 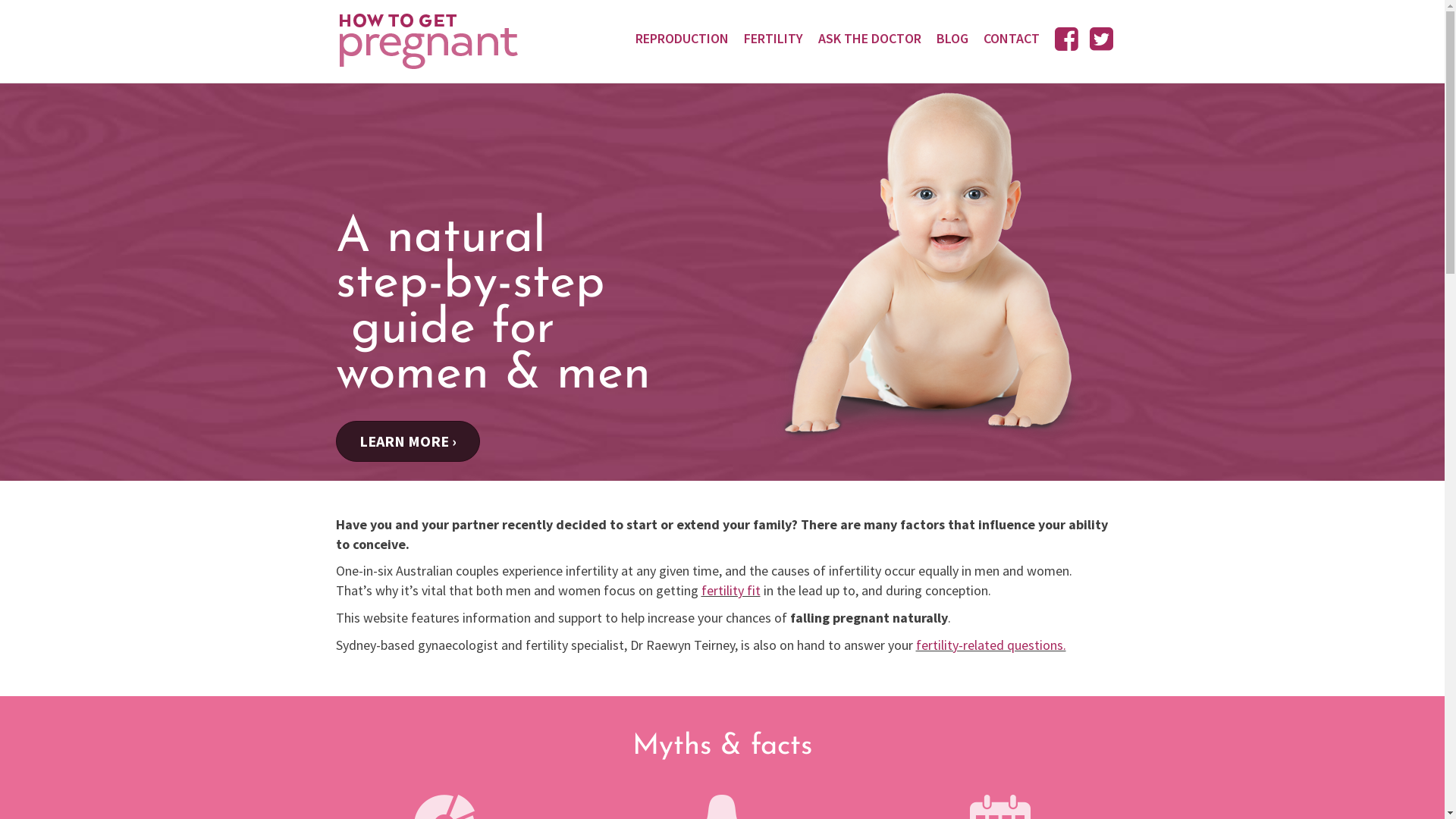 What do you see at coordinates (681, 37) in the screenshot?
I see `'REPRODUCTION'` at bounding box center [681, 37].